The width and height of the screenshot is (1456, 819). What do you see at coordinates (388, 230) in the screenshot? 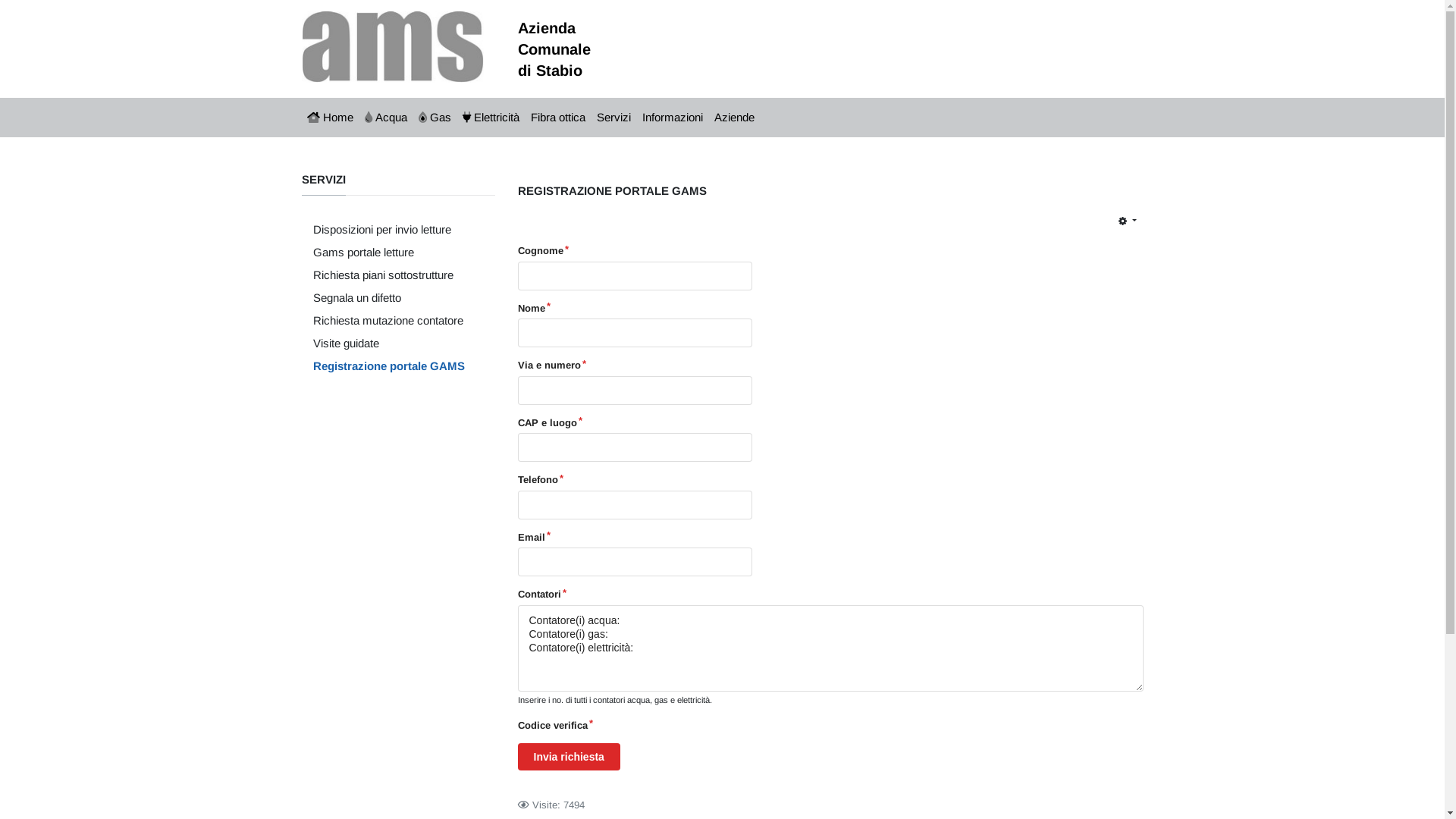
I see `'Disposizioni per invio letture'` at bounding box center [388, 230].